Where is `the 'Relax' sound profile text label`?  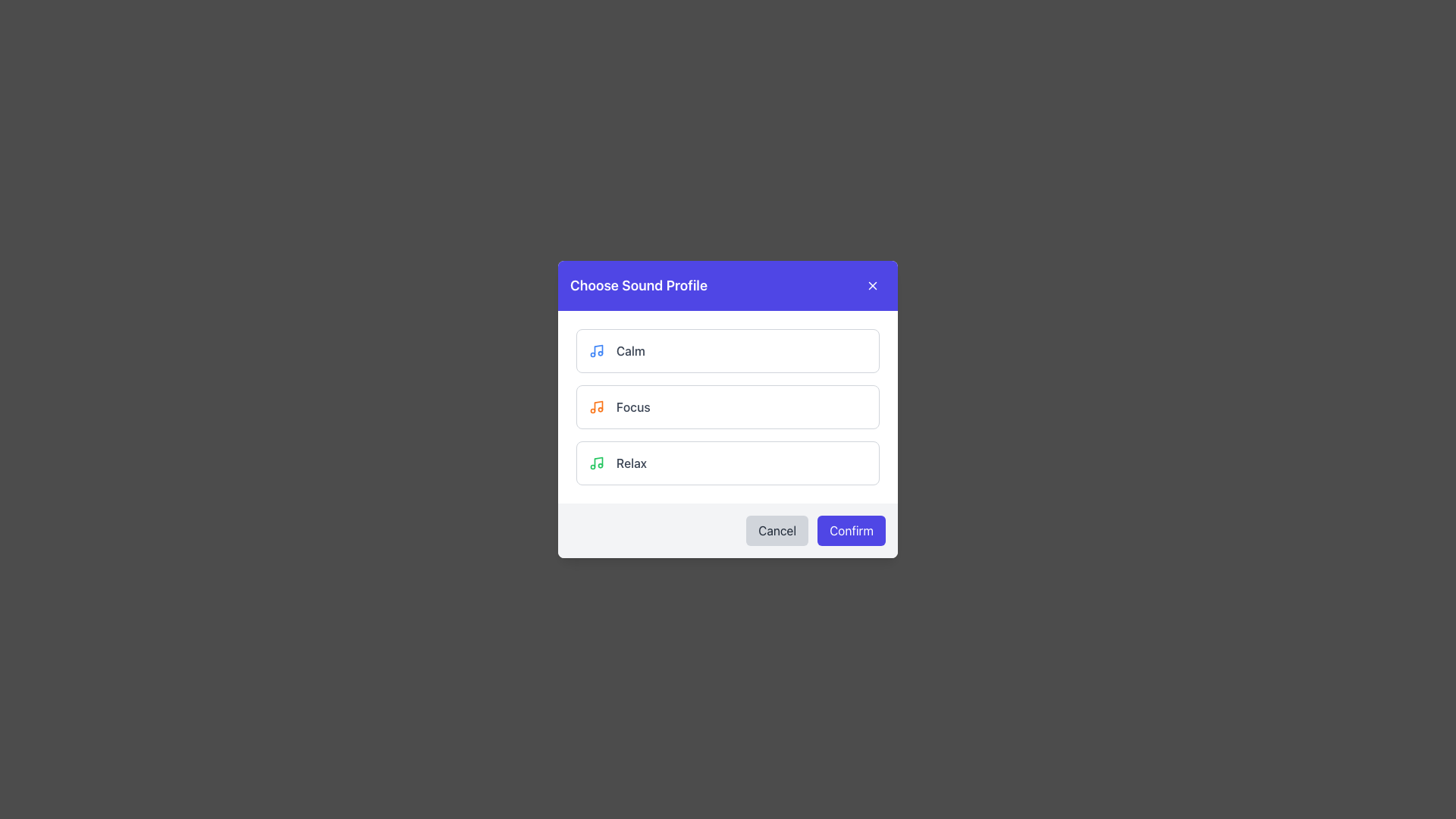
the 'Relax' sound profile text label is located at coordinates (632, 462).